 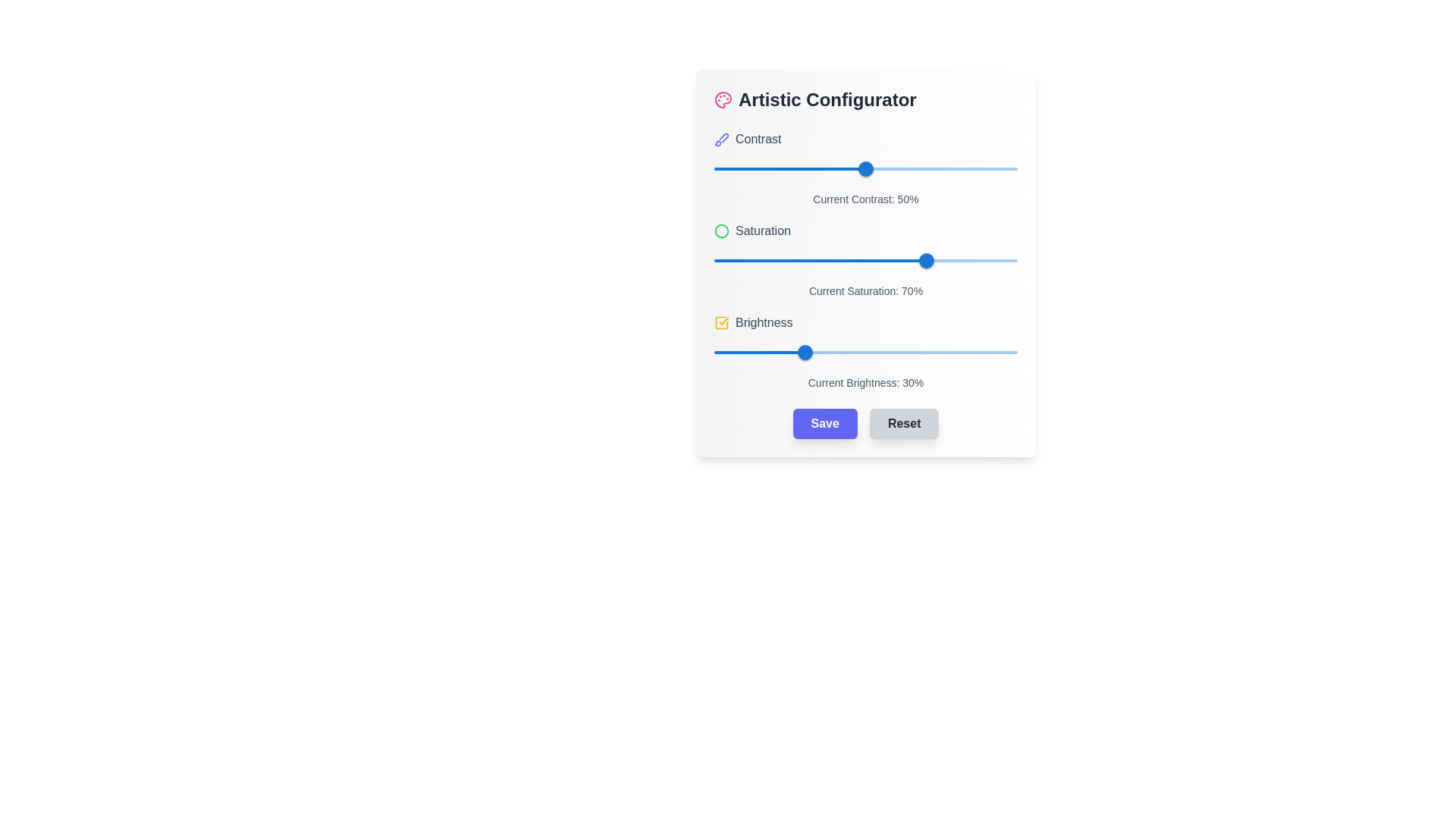 What do you see at coordinates (866, 259) in the screenshot?
I see `the blue thumb marker of the saturation slider, currently set` at bounding box center [866, 259].